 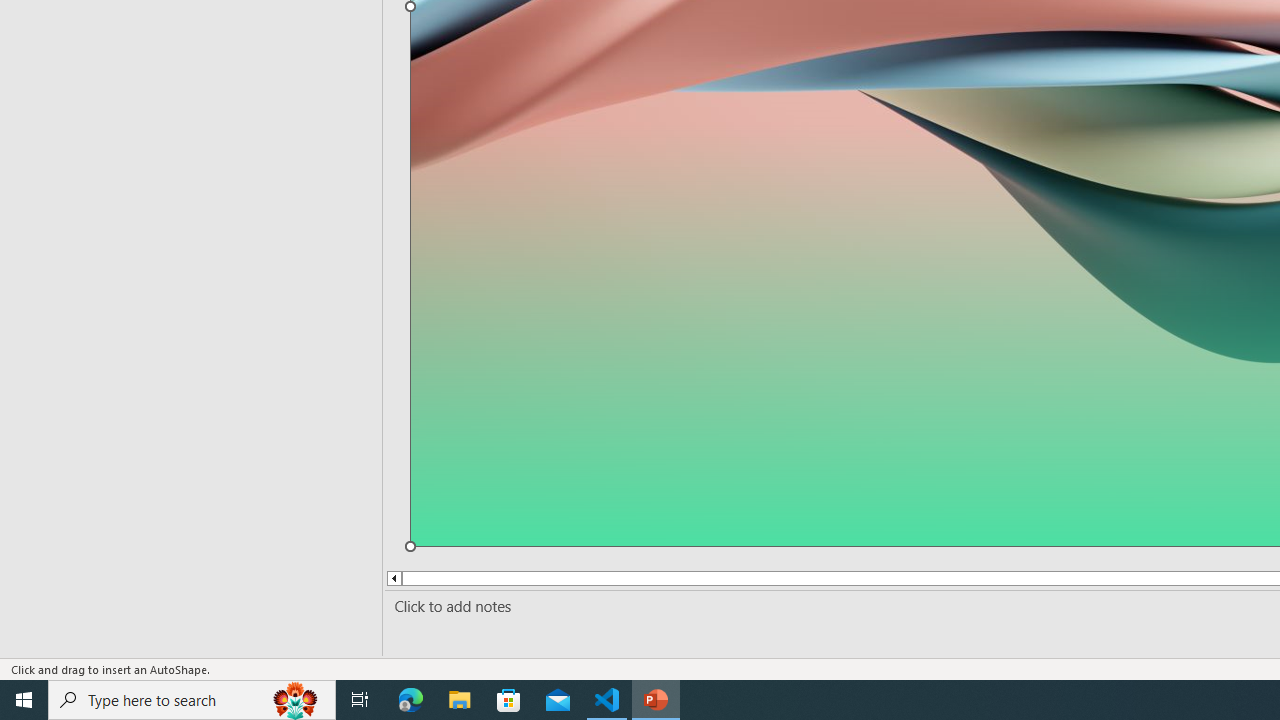 What do you see at coordinates (24, 698) in the screenshot?
I see `'Start'` at bounding box center [24, 698].